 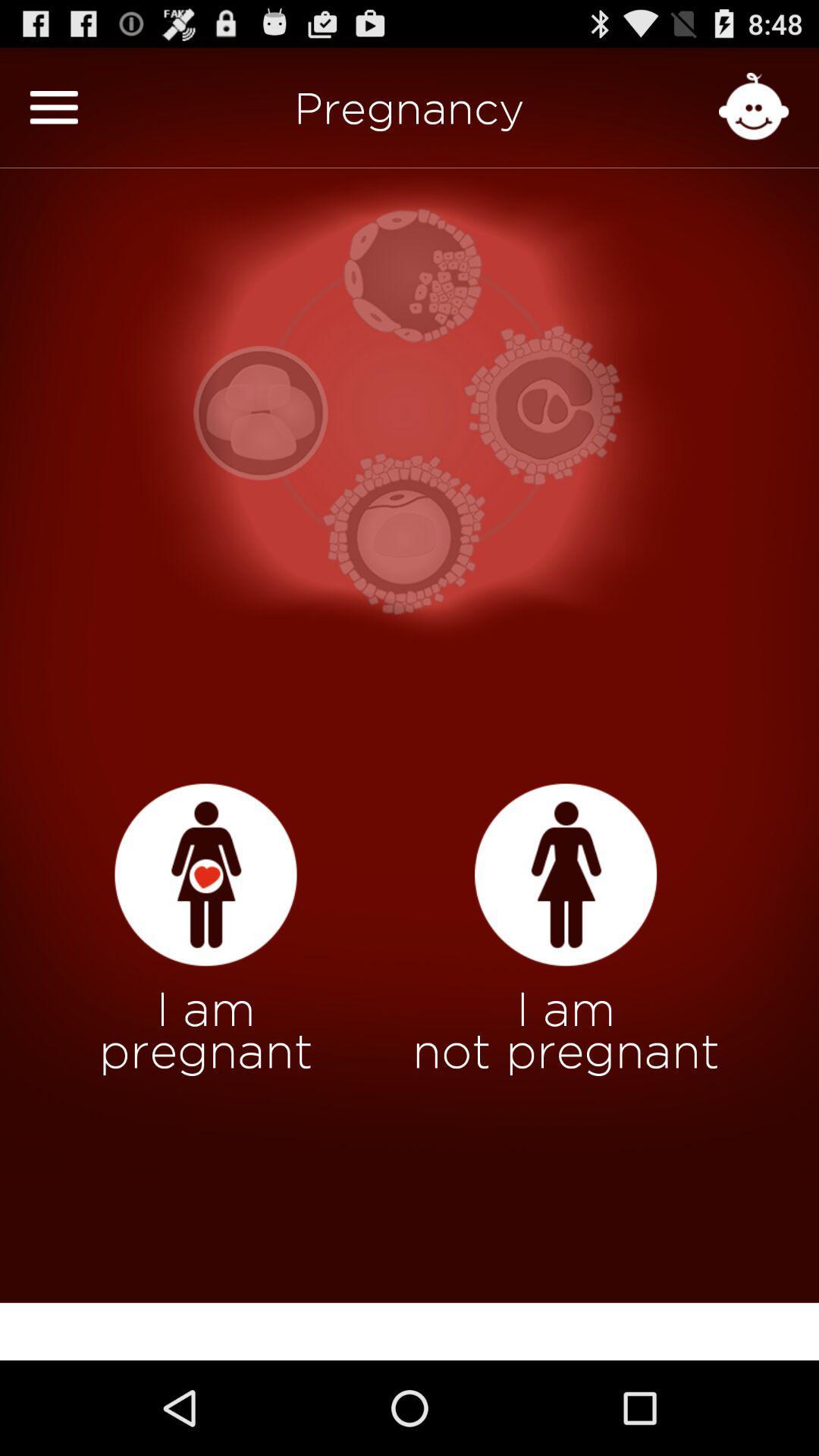 I want to click on dropdown menu, so click(x=53, y=106).